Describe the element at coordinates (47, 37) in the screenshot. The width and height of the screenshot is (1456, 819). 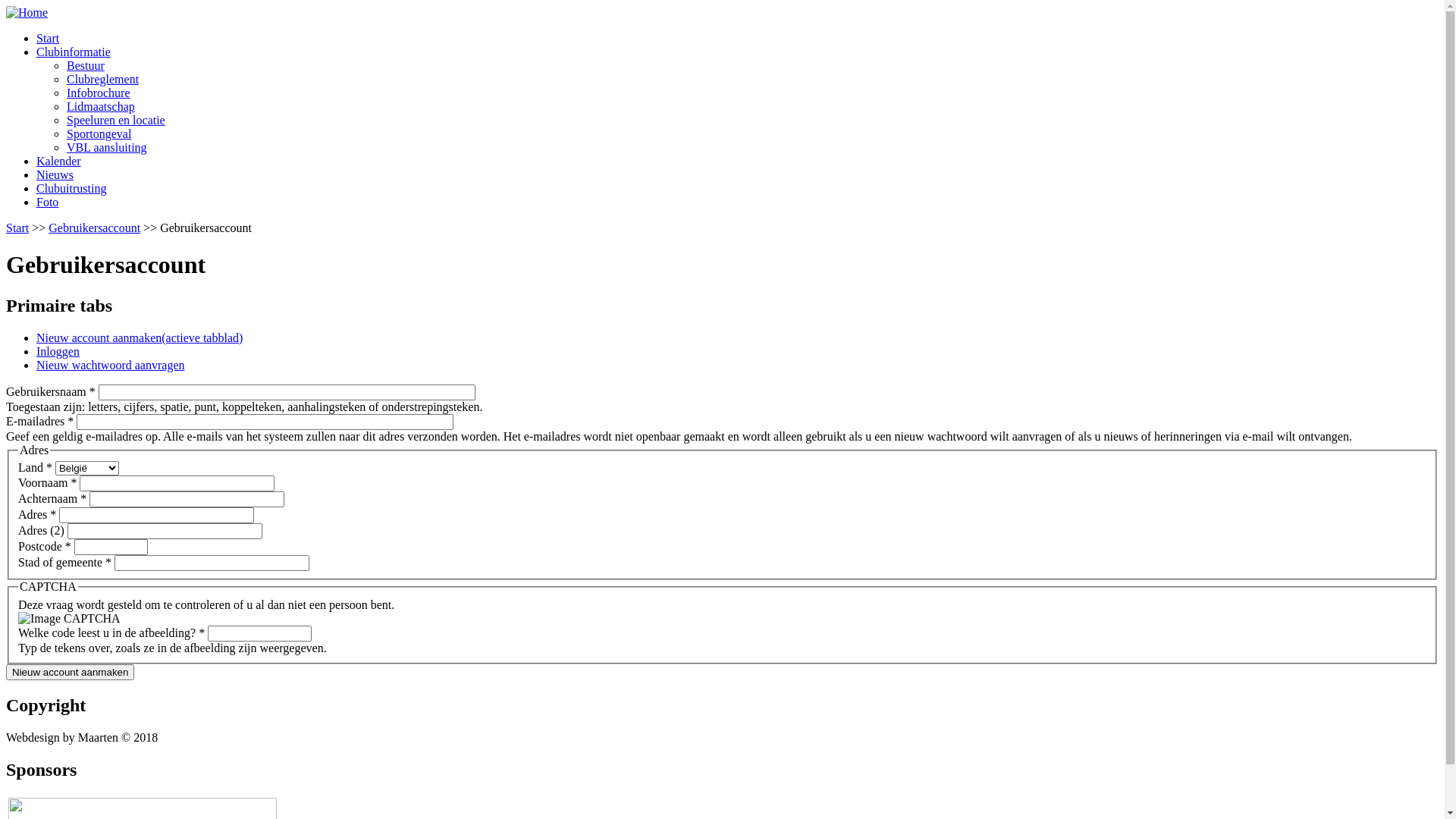
I see `'Start'` at that location.